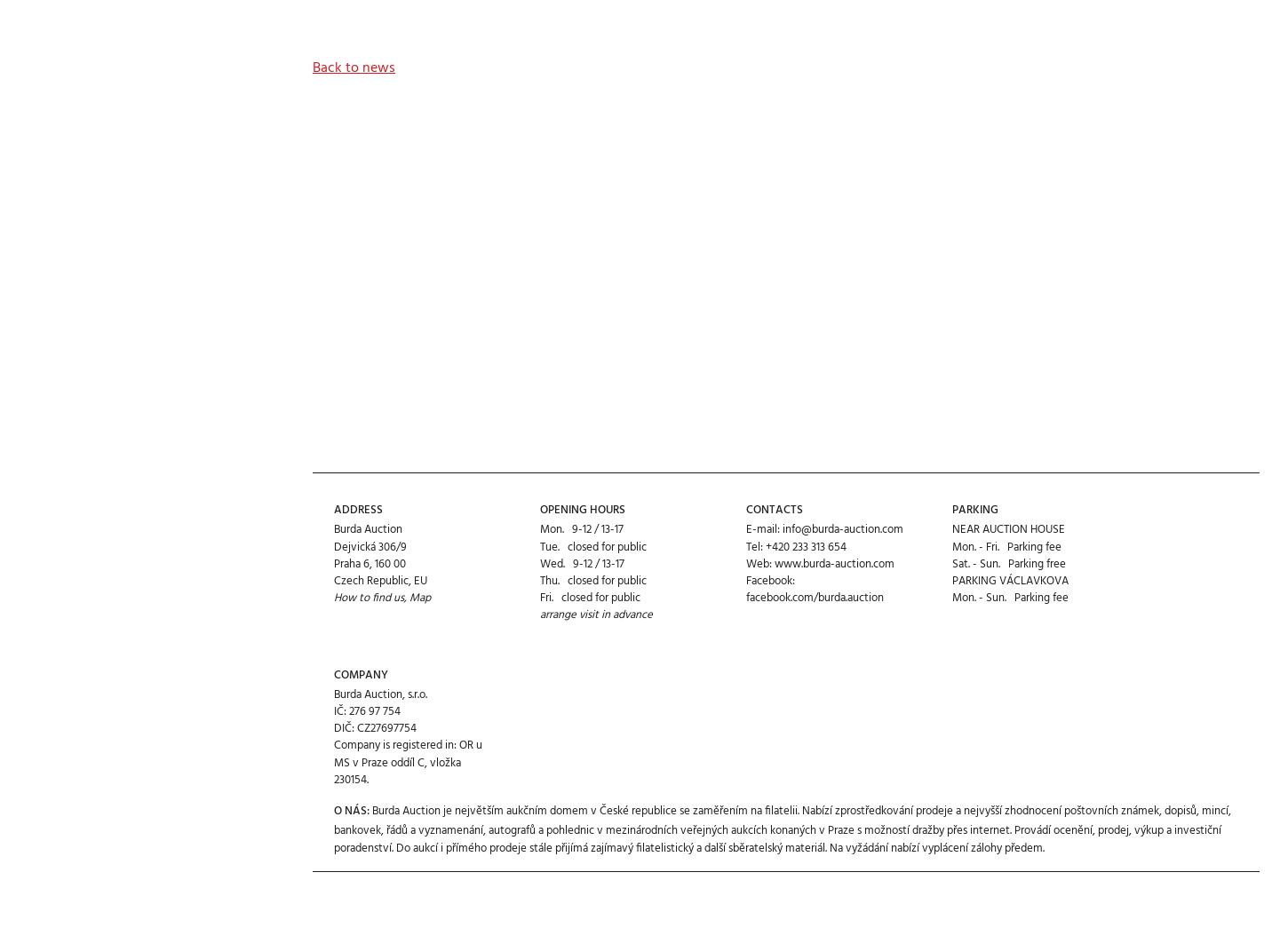  What do you see at coordinates (379, 515) in the screenshot?
I see `'Czech Republic, EU'` at bounding box center [379, 515].